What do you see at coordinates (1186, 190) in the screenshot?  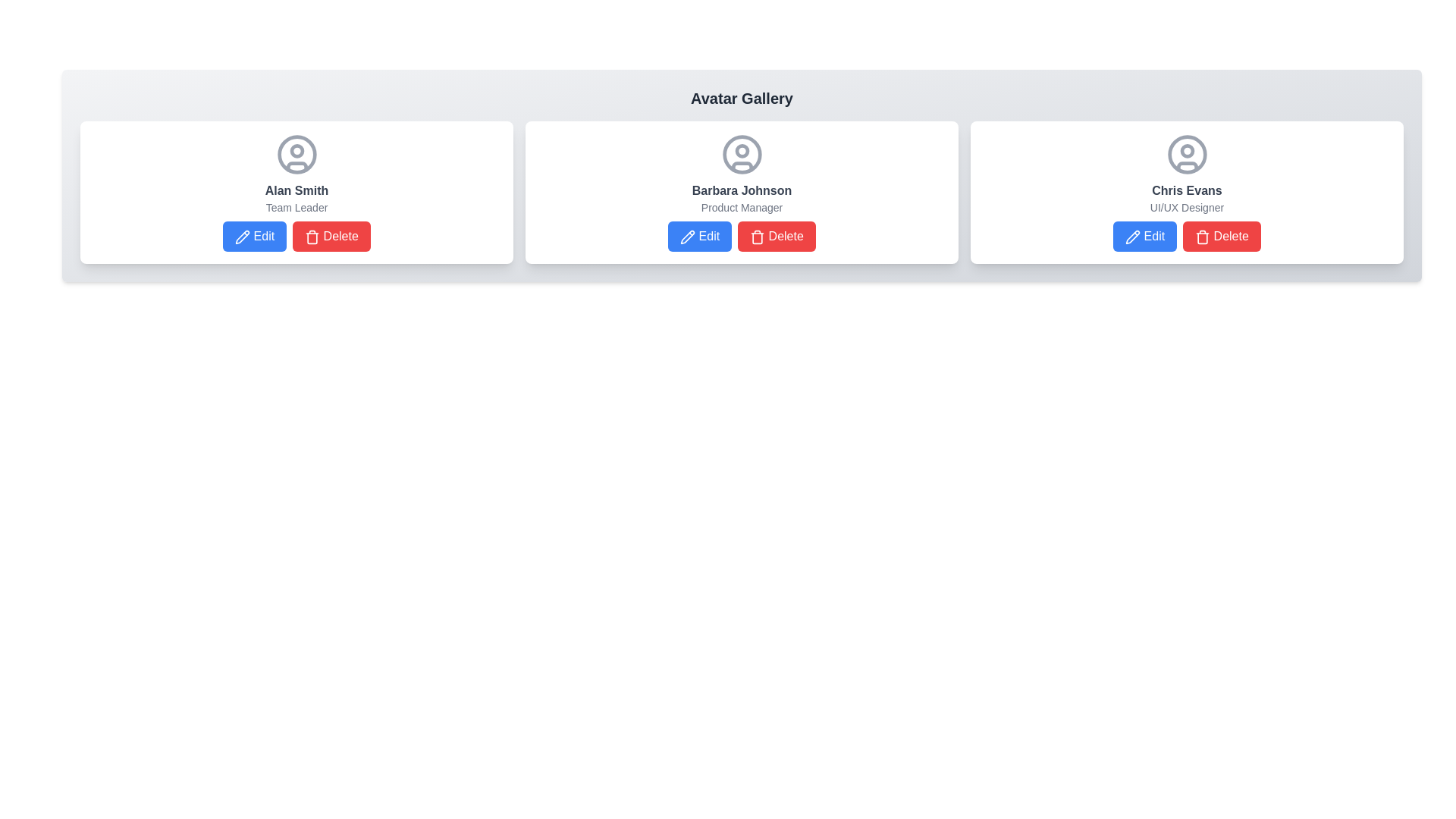 I see `the text label displaying 'Chris Evans' in bold gray font, which is located in the third profile card above the role description 'UI/UX Designer'` at bounding box center [1186, 190].